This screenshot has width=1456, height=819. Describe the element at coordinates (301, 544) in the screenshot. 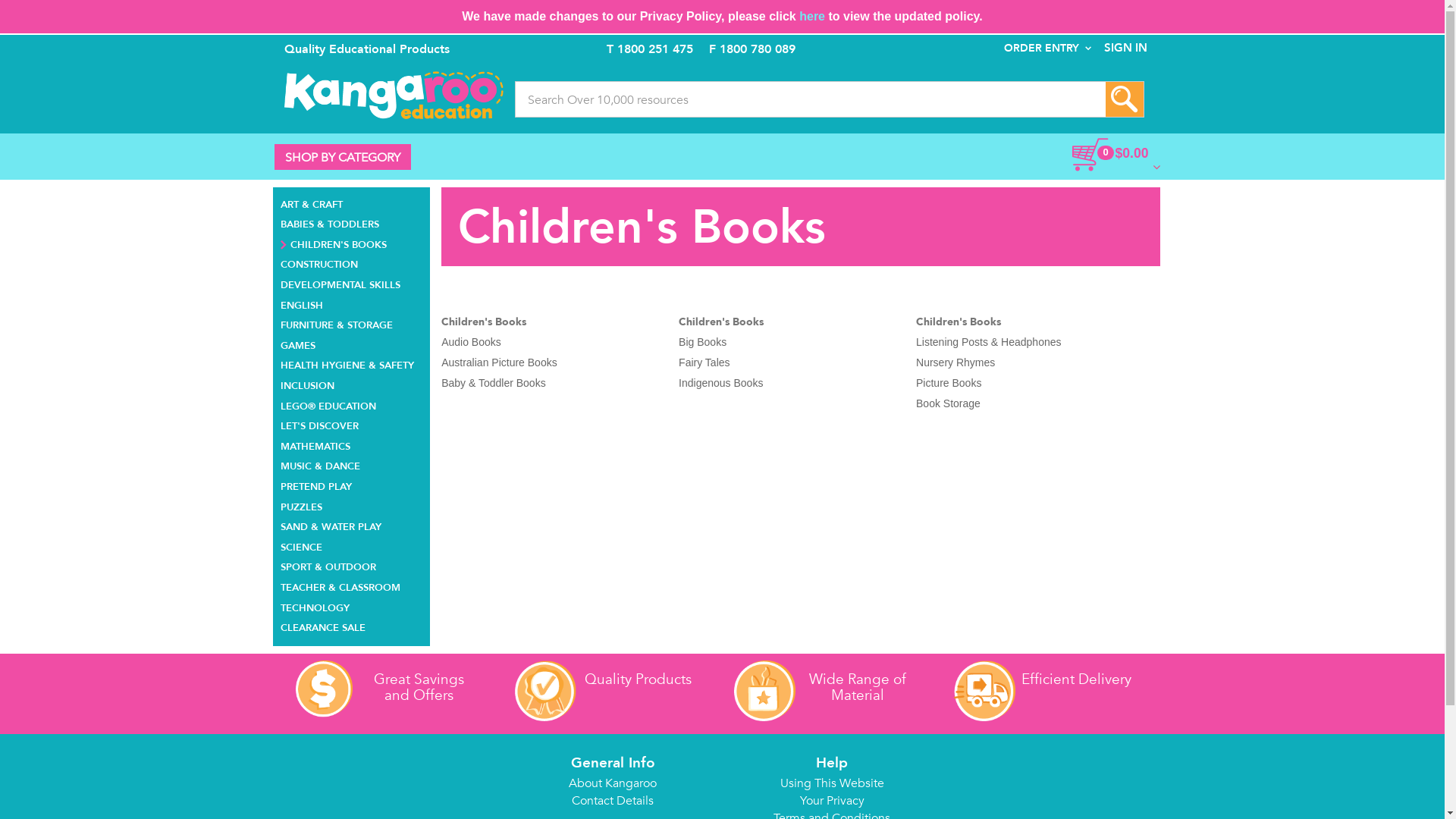

I see `'SCIENCE'` at that location.